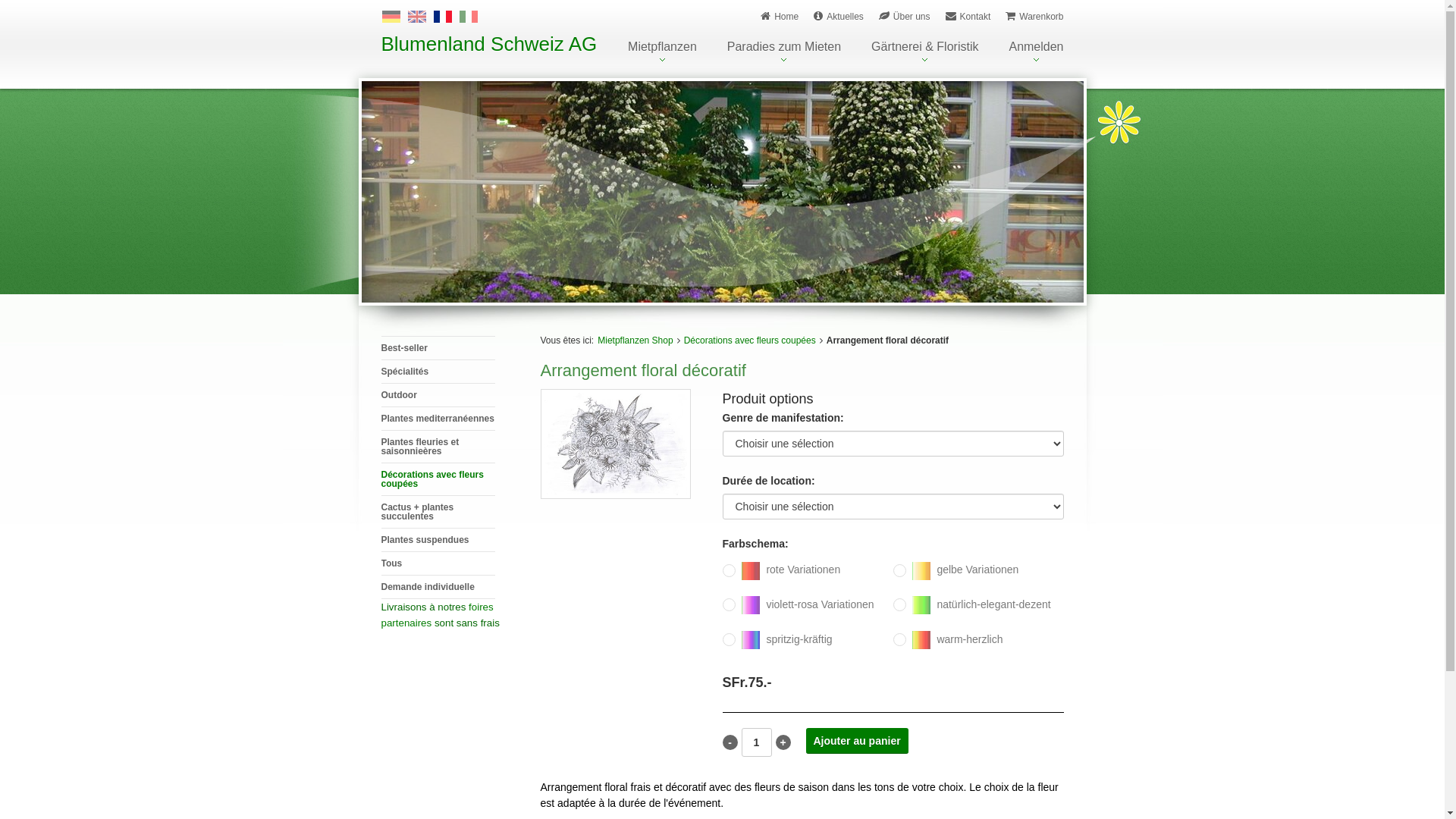 The width and height of the screenshot is (1456, 819). I want to click on 'Warenkorb', so click(1033, 17).